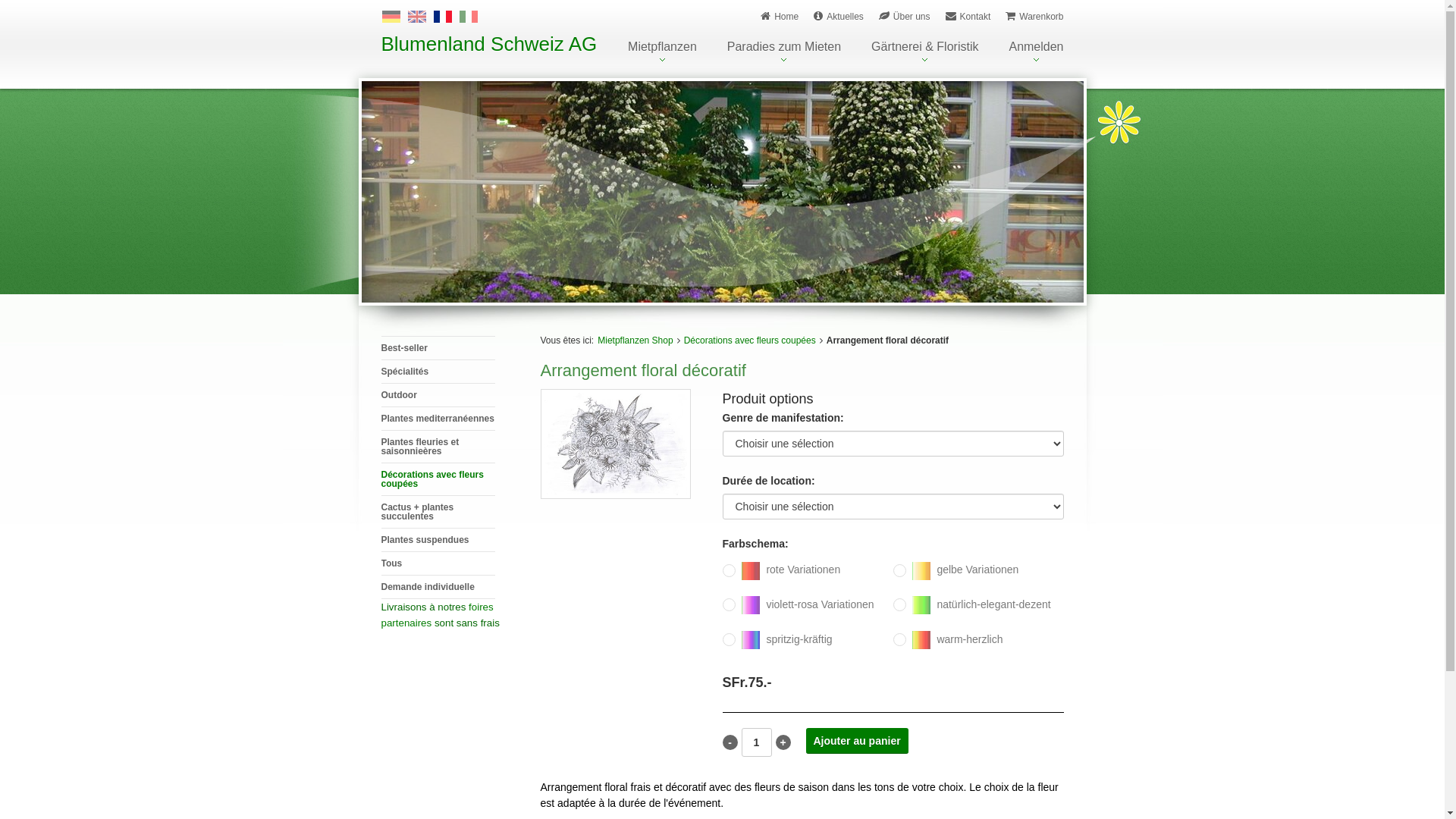 The width and height of the screenshot is (1456, 819). I want to click on 'Warenkorb', so click(1033, 17).